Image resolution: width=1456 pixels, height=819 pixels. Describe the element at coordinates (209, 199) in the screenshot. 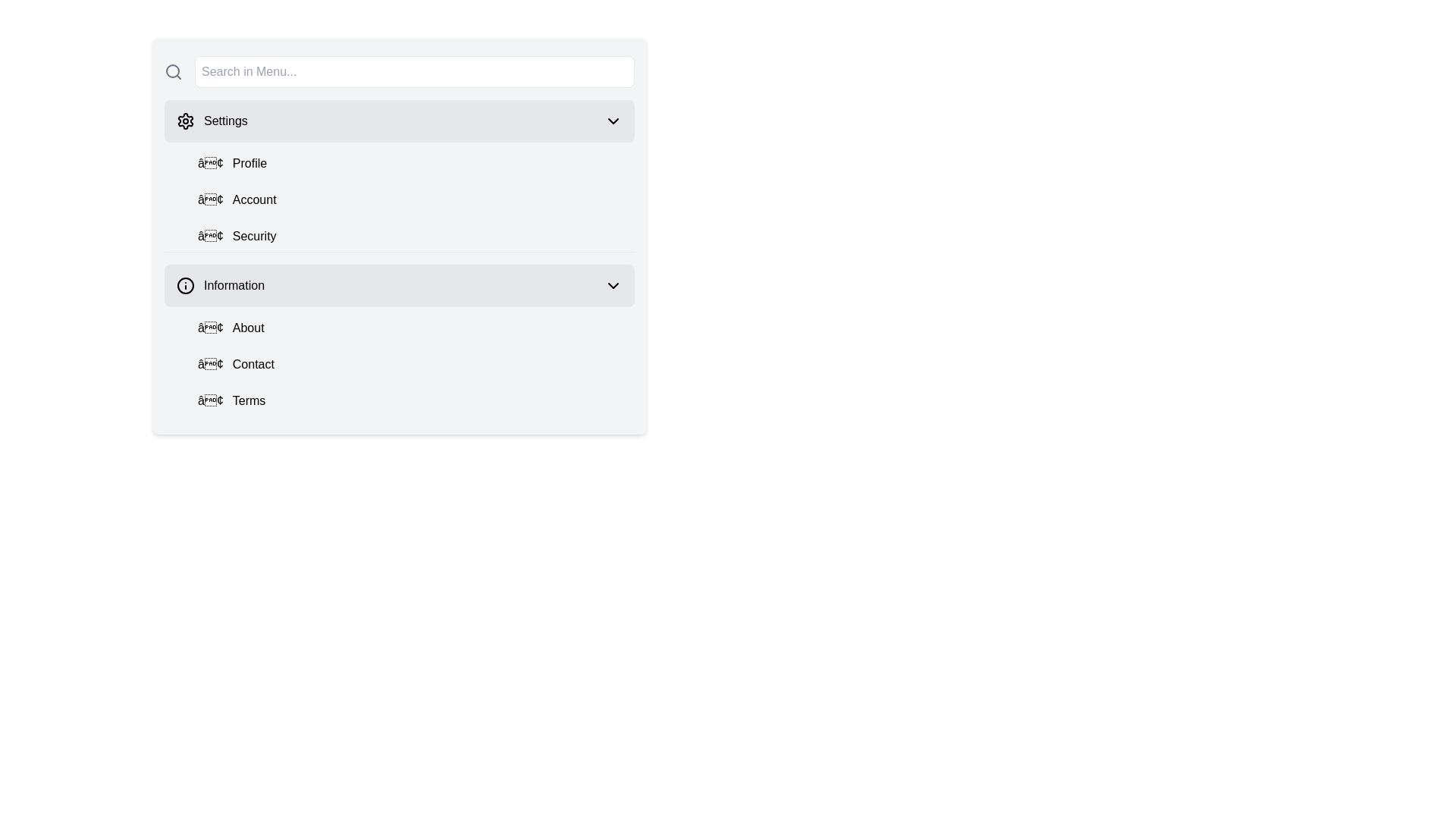

I see `the small circular bullet-like graphical element located to the left of the text 'Account'` at that location.